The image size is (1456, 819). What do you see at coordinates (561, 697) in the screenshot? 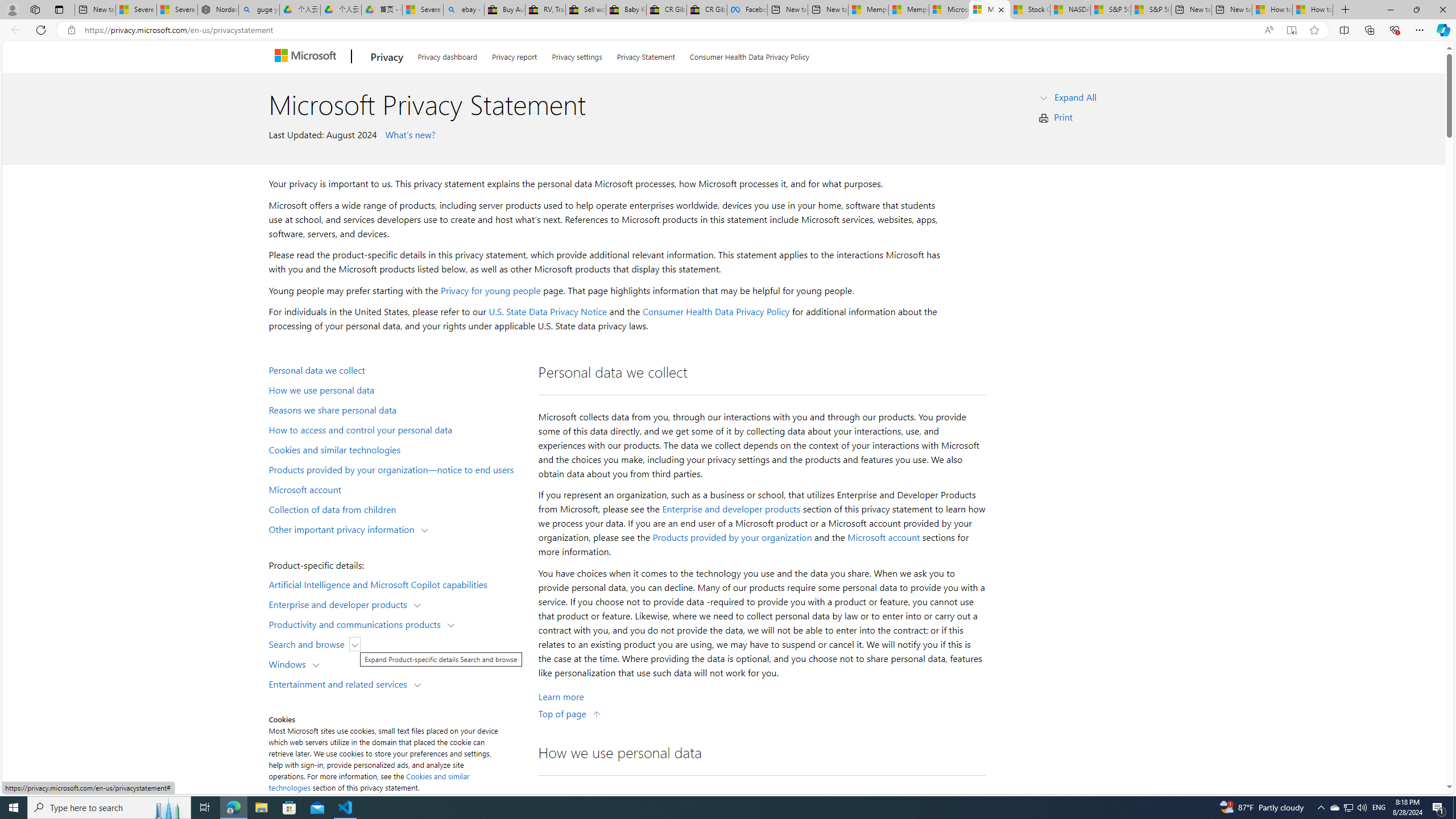
I see `'Learn More about Personal data we collect'` at bounding box center [561, 697].